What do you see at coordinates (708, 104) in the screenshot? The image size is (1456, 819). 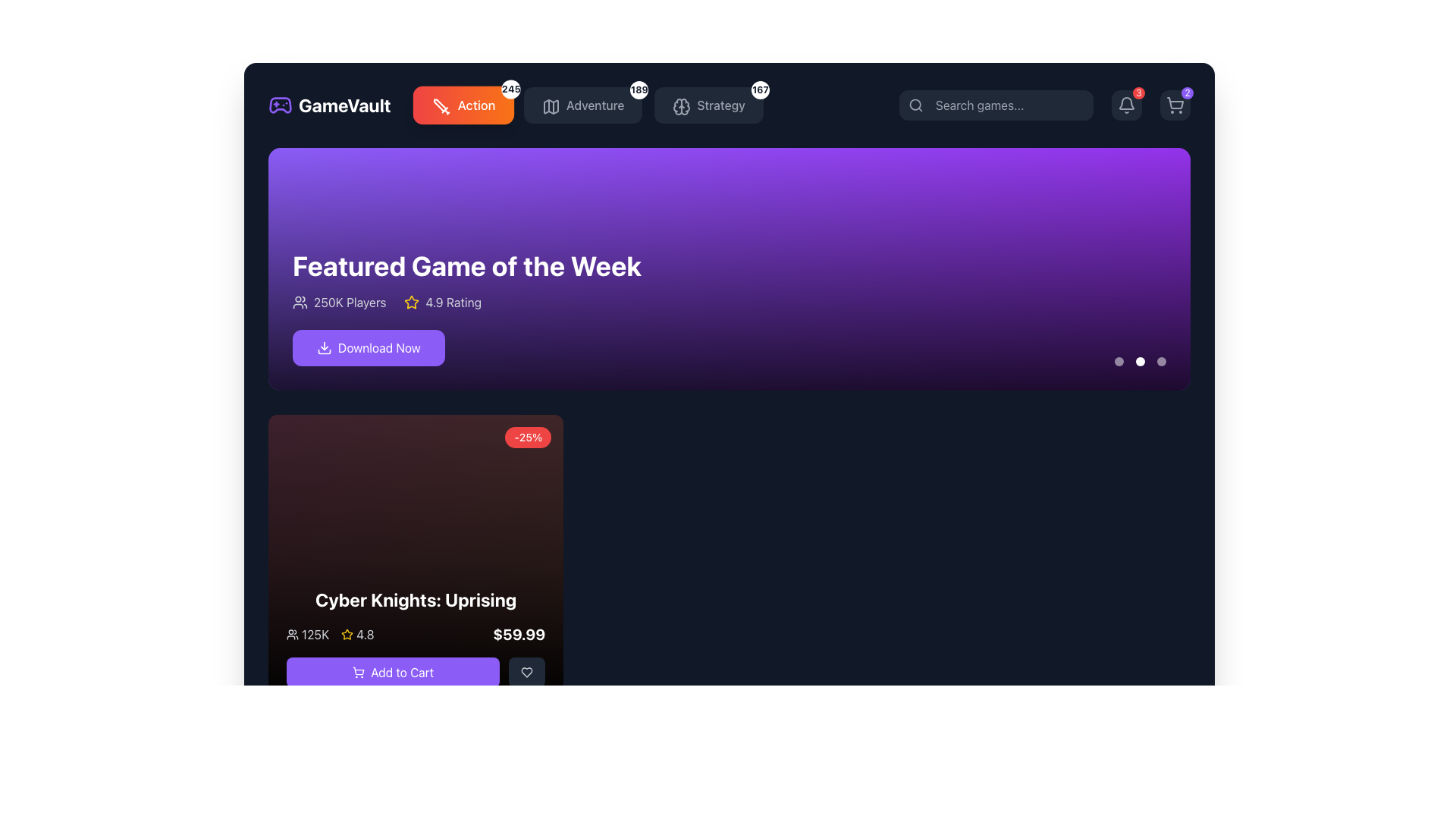 I see `the 'Strategy' button` at bounding box center [708, 104].